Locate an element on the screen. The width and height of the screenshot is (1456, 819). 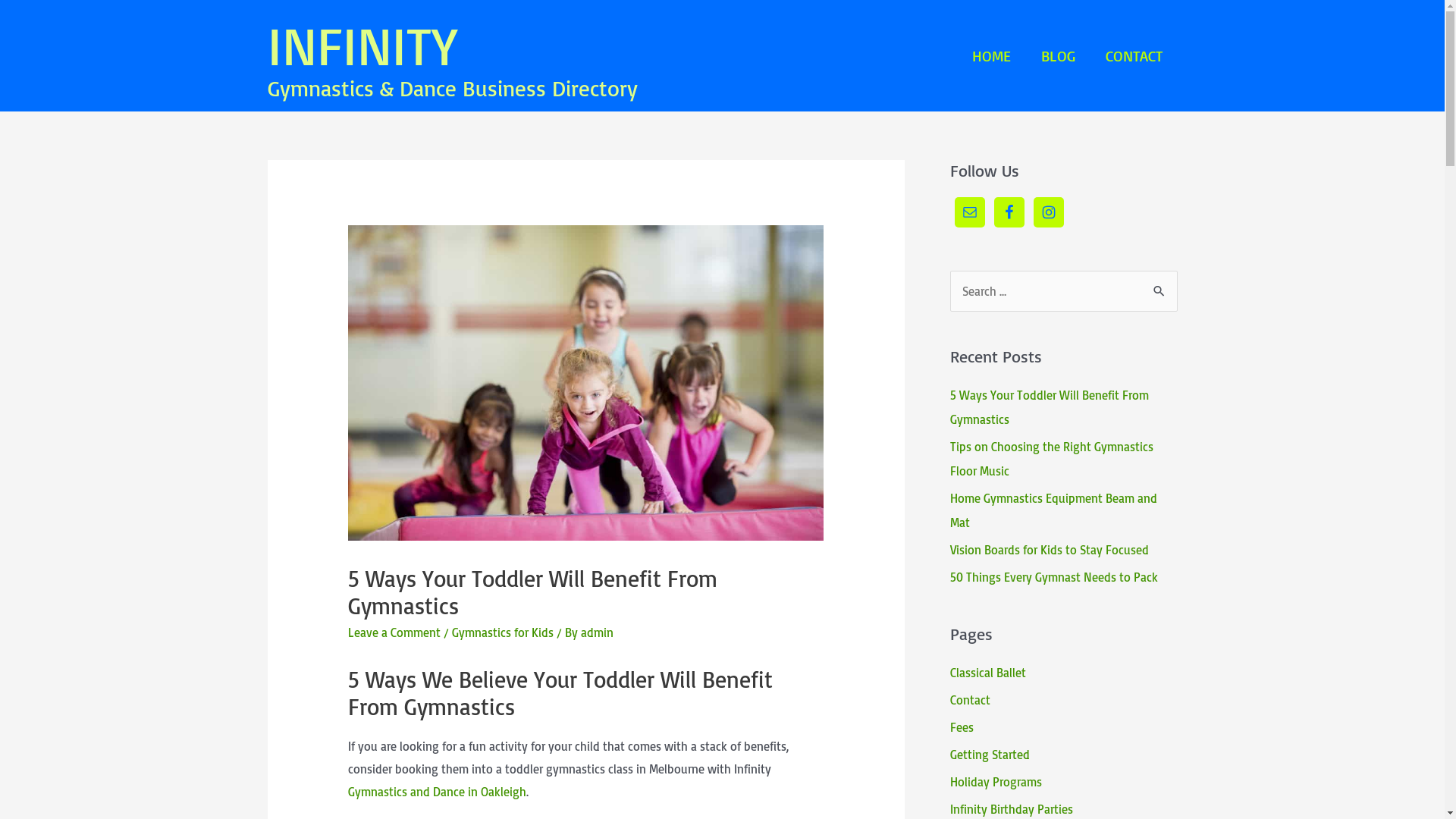
'Search' is located at coordinates (1143, 292).